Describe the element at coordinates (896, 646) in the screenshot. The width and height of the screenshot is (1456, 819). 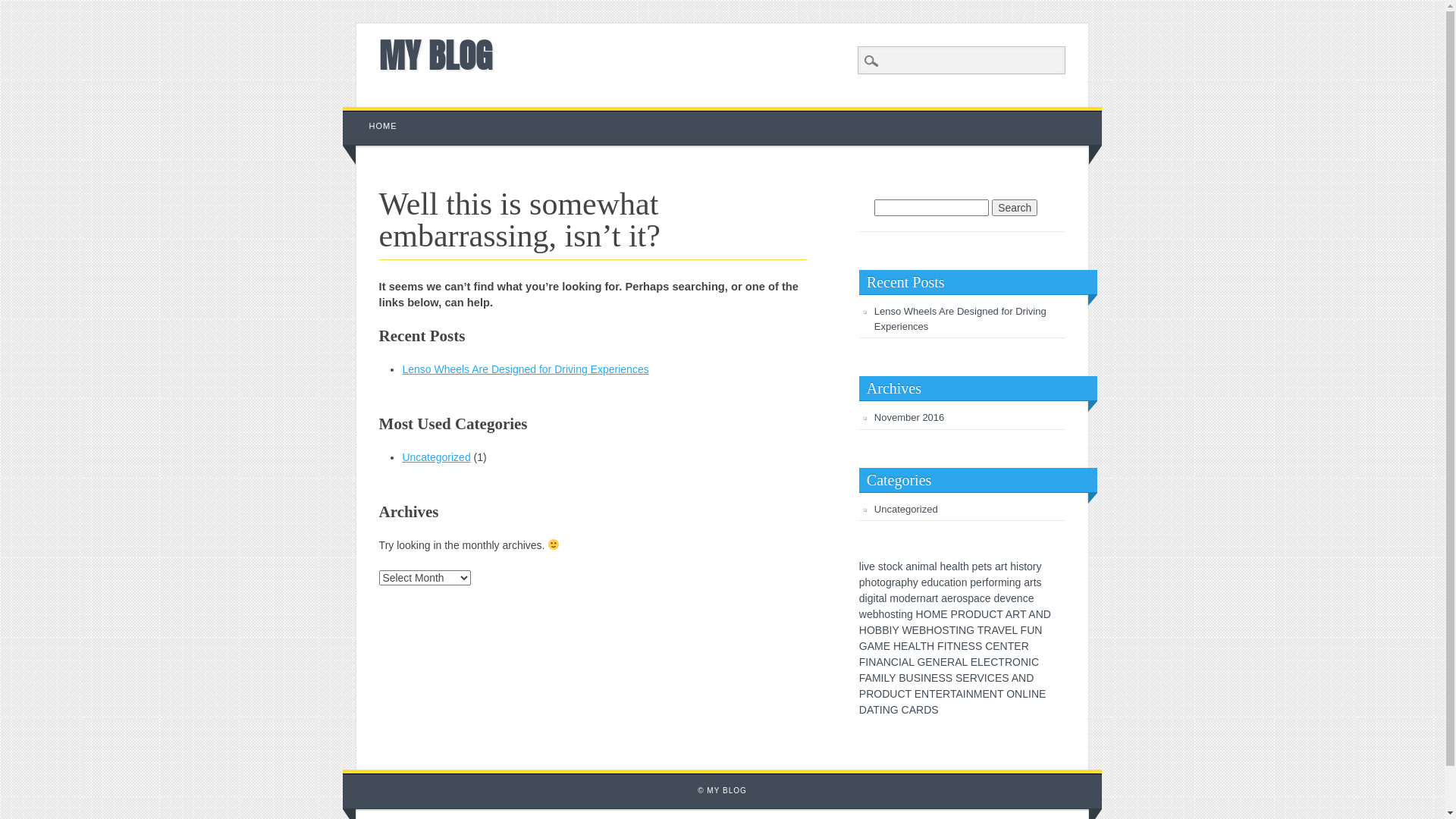
I see `'H'` at that location.